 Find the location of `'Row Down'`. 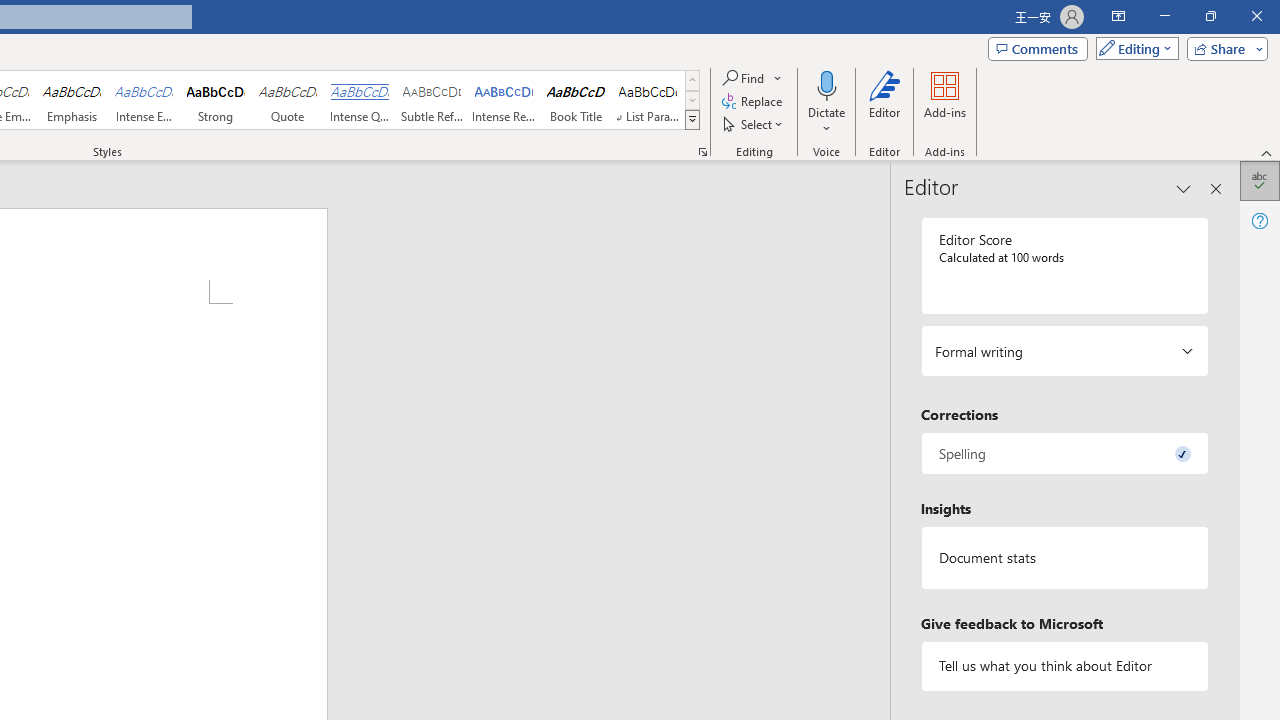

'Row Down' is located at coordinates (692, 100).